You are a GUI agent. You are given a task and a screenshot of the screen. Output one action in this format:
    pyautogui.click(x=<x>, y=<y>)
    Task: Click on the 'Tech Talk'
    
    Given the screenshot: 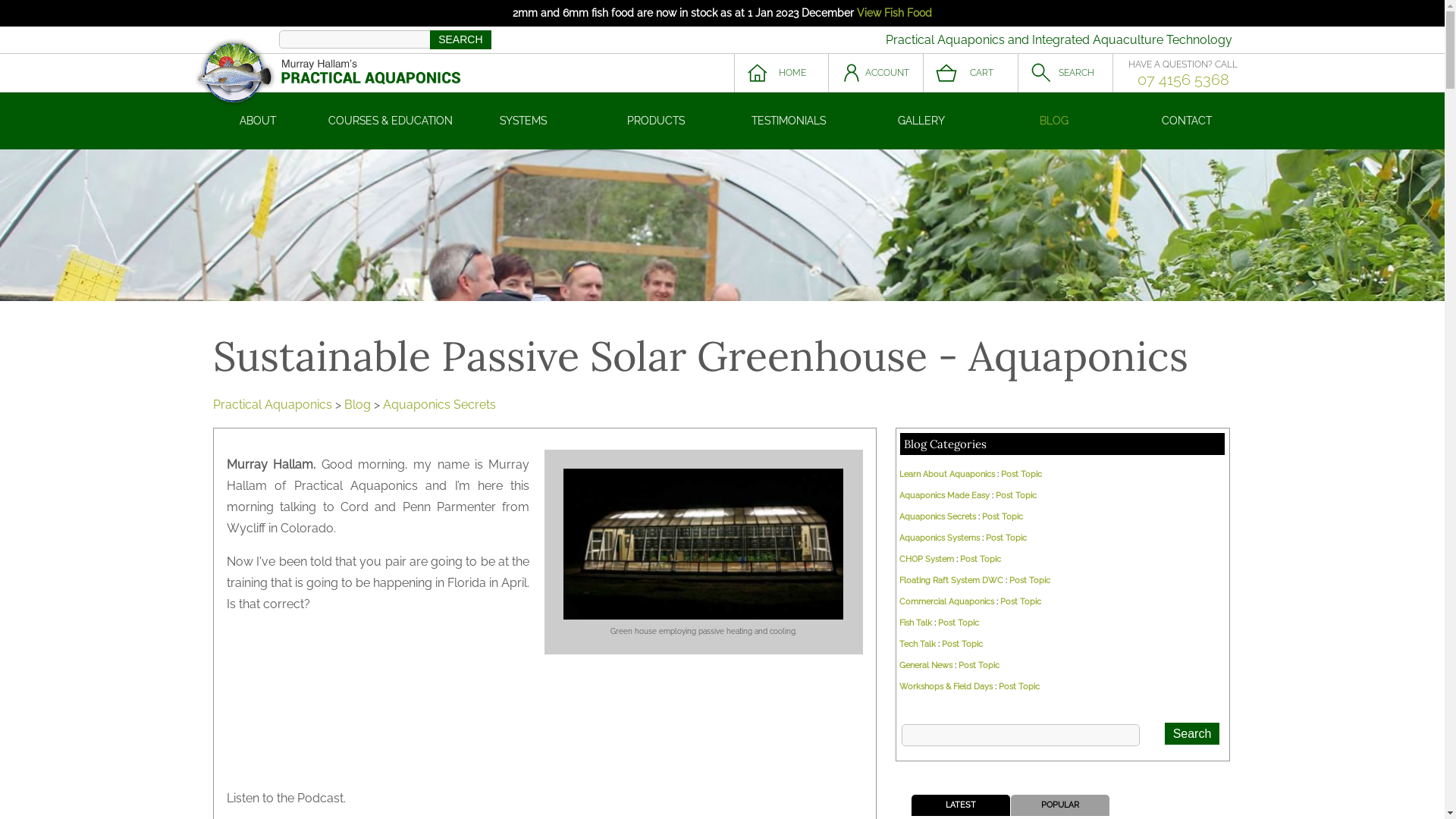 What is the action you would take?
    pyautogui.click(x=916, y=644)
    